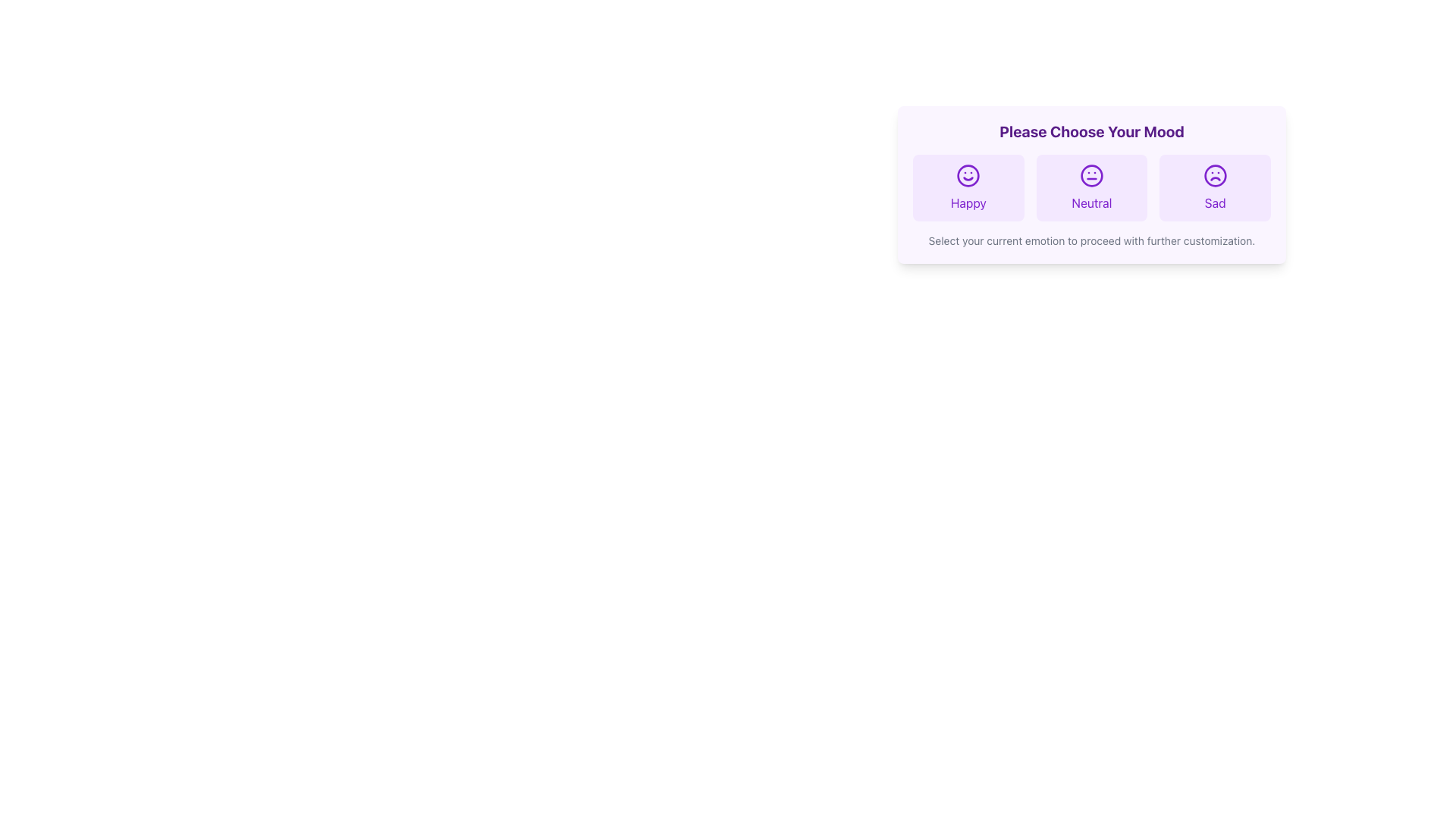 The height and width of the screenshot is (819, 1456). What do you see at coordinates (1092, 187) in the screenshot?
I see `the second card styled in light purple with a neutral facial expression icon and the text 'Neutral'` at bounding box center [1092, 187].